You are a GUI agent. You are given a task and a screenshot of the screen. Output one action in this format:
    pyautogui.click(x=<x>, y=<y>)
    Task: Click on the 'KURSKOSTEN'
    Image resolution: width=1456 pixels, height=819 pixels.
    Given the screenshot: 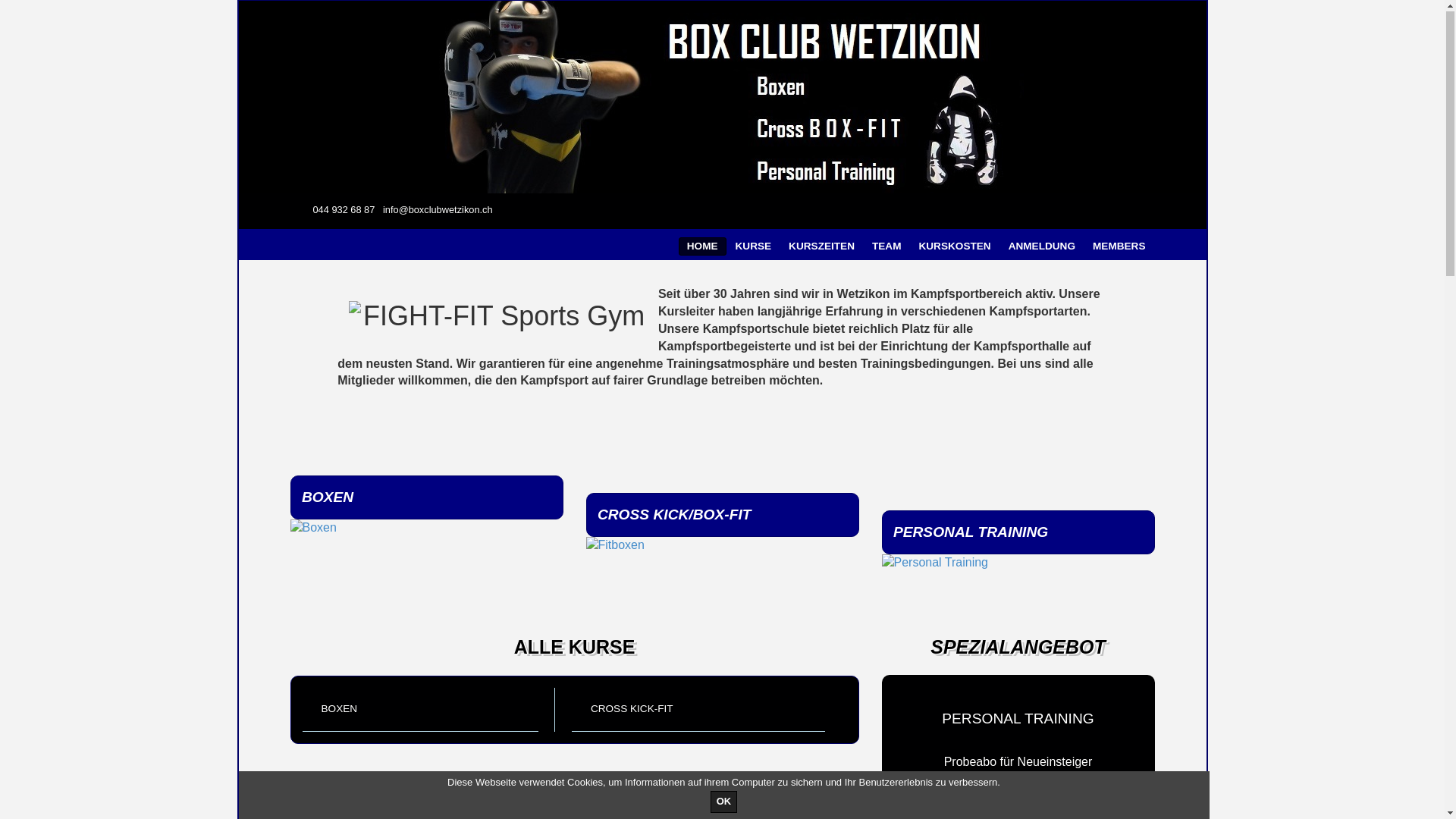 What is the action you would take?
    pyautogui.click(x=953, y=246)
    